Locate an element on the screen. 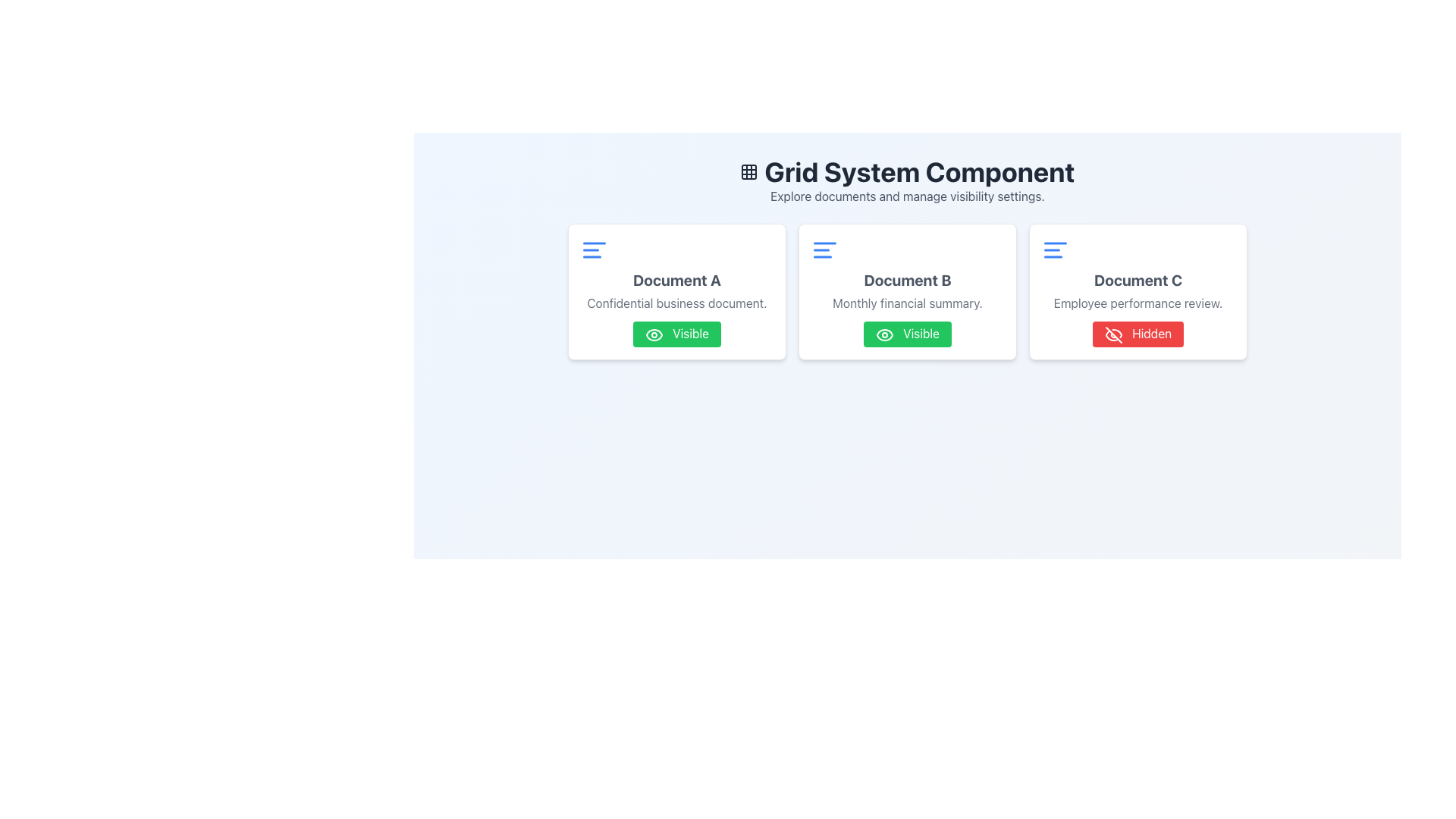 The height and width of the screenshot is (819, 1456). the title text element located in the second card of a three-card grid layout, positioned centrally below an icon and above the 'Monthly financial summary.' description is located at coordinates (907, 281).